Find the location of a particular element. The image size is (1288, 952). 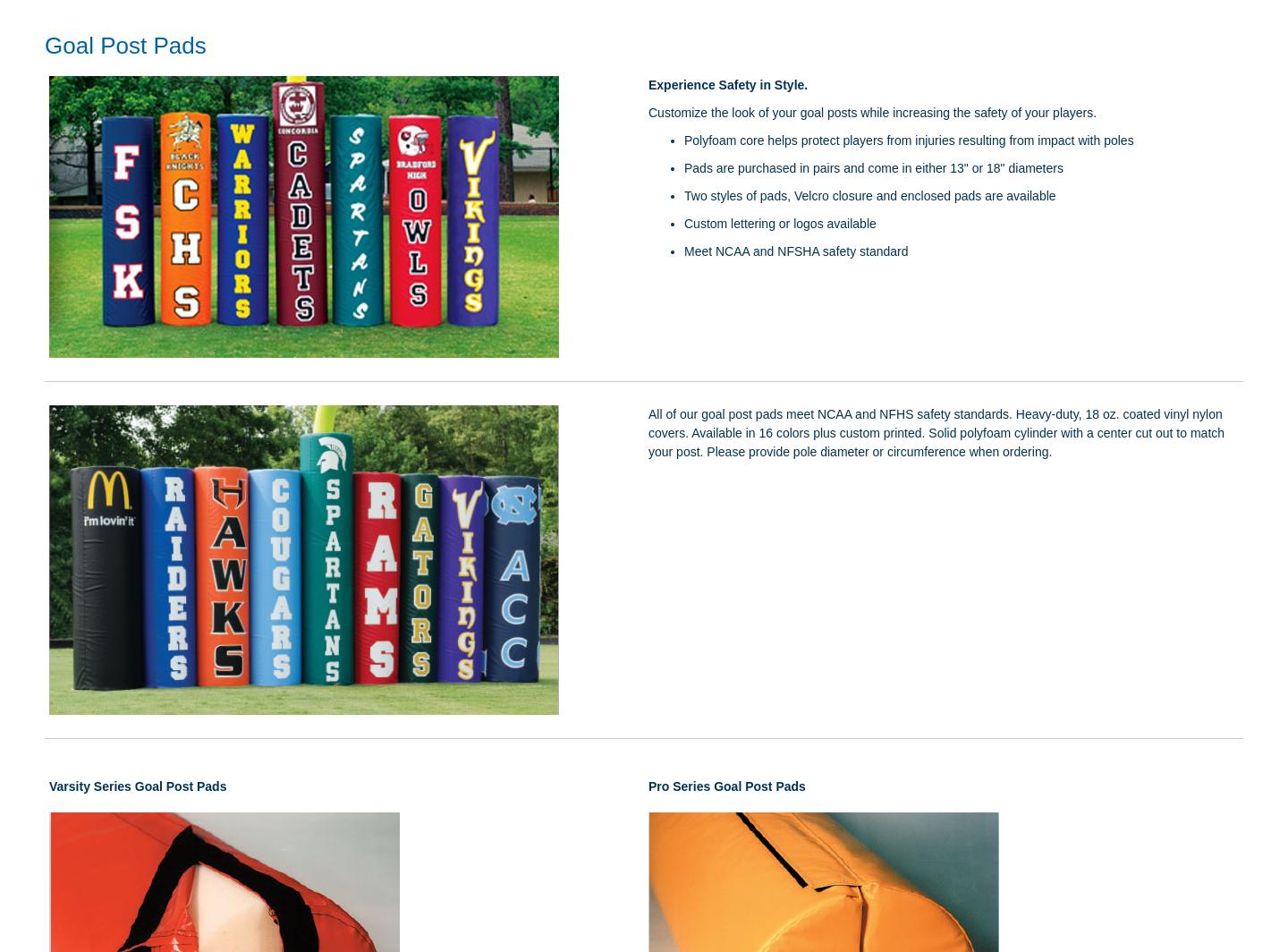

'All of our goal post pads meet NCAA and NFHS safety standards. Heavy-duty, 18 oz. coated vinyl nylon covers. Available in 16 colors plus custom printed. Solid polyfoam cylinder with a center cut out to match your post. Please provide pole diameter or circumference when ordering.' is located at coordinates (936, 433).